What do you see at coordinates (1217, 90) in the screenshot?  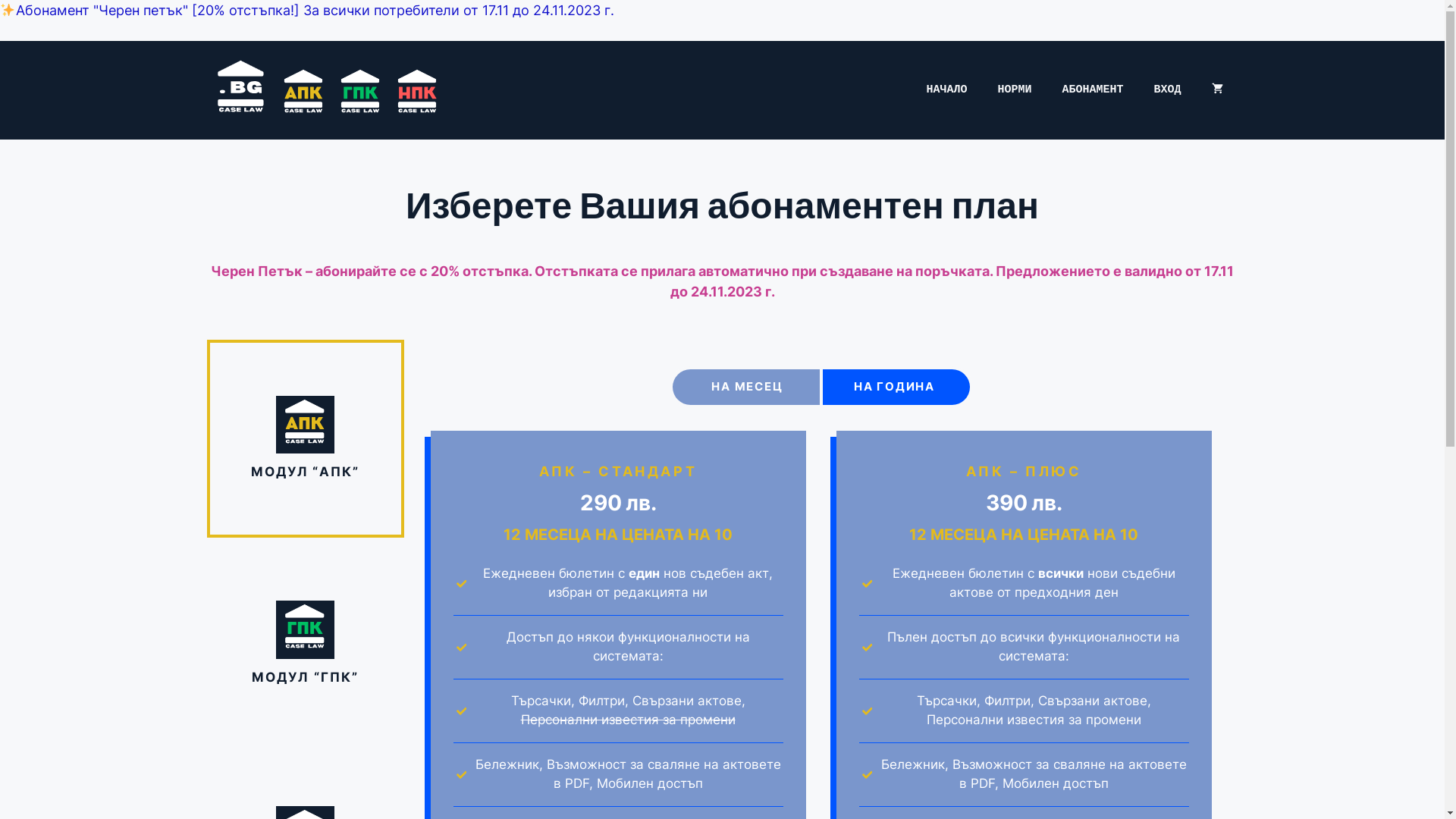 I see `'View your shopping cart'` at bounding box center [1217, 90].